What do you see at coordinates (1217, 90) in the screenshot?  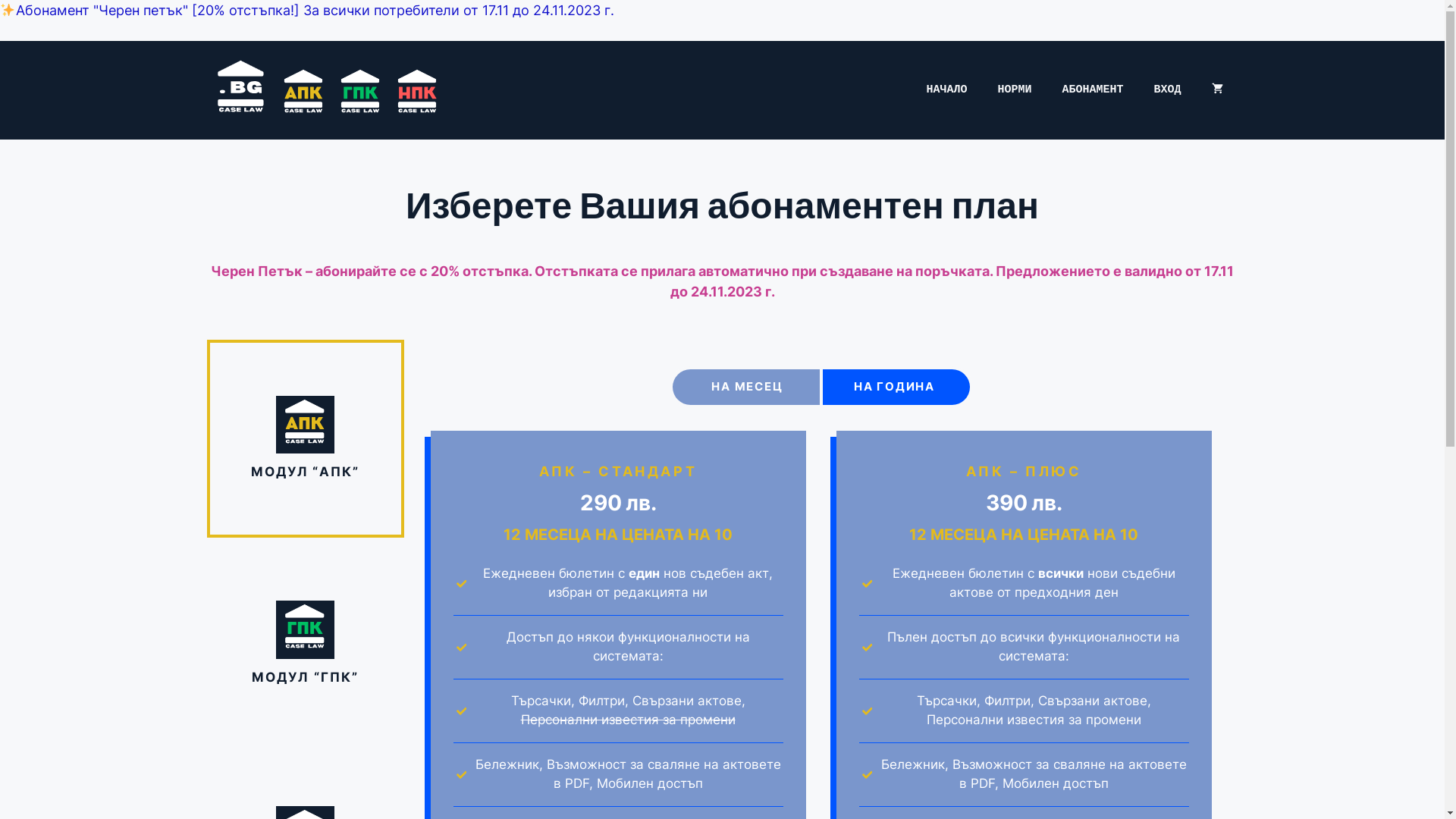 I see `'View your shopping cart'` at bounding box center [1217, 90].